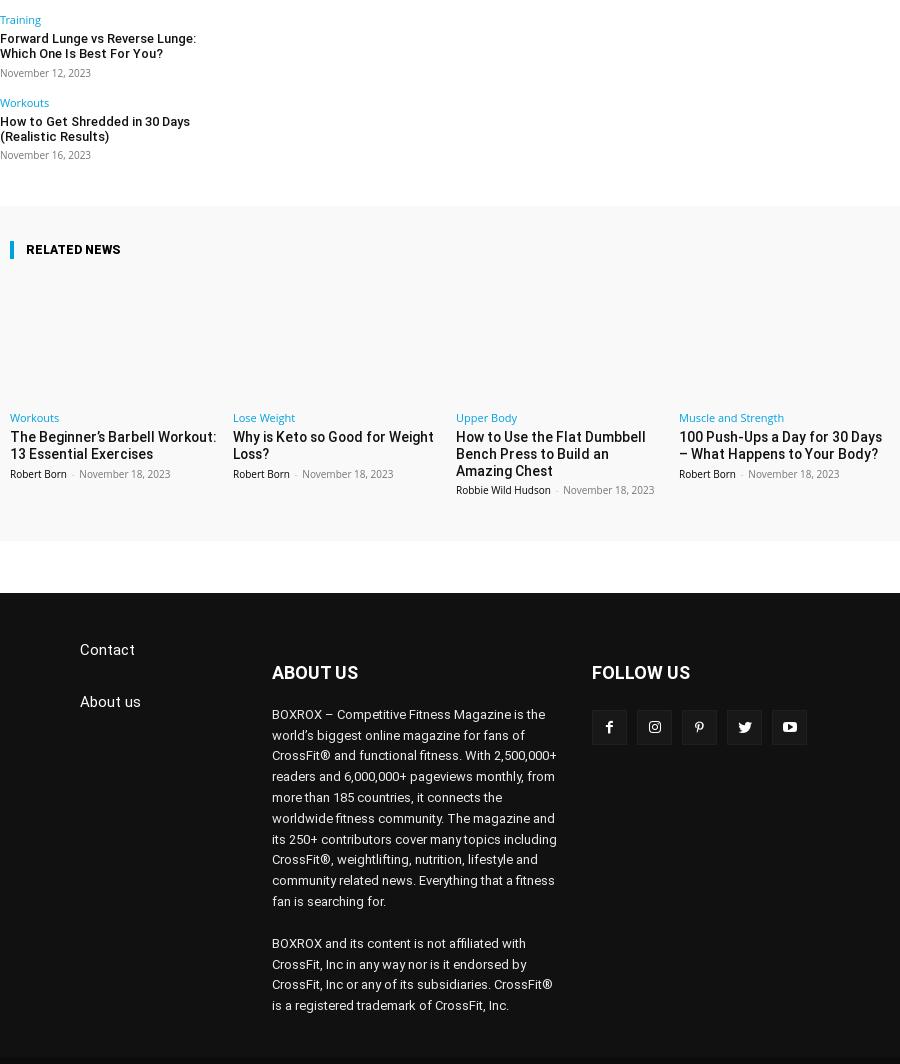 The width and height of the screenshot is (900, 1064). Describe the element at coordinates (502, 459) in the screenshot. I see `'Robbie Wild Hudson'` at that location.